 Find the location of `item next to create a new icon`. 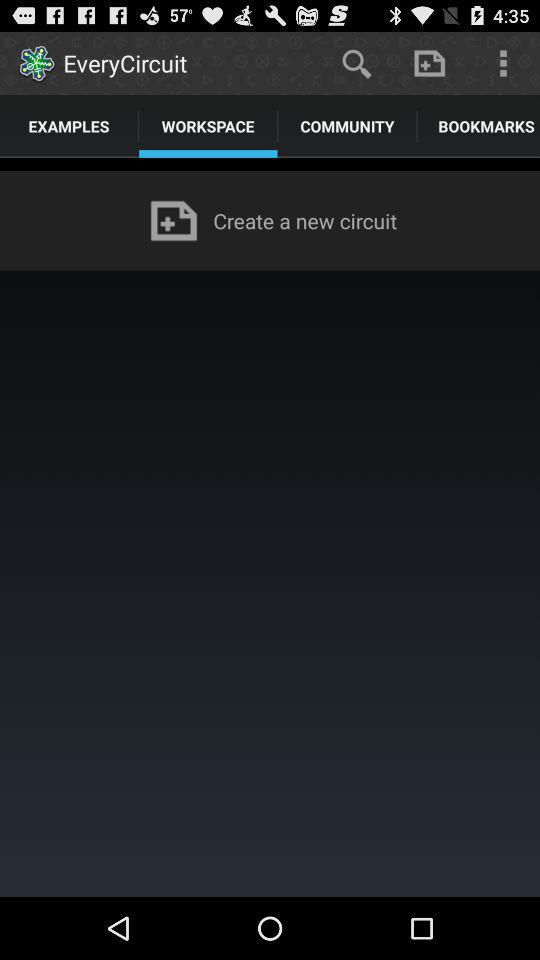

item next to create a new icon is located at coordinates (173, 220).